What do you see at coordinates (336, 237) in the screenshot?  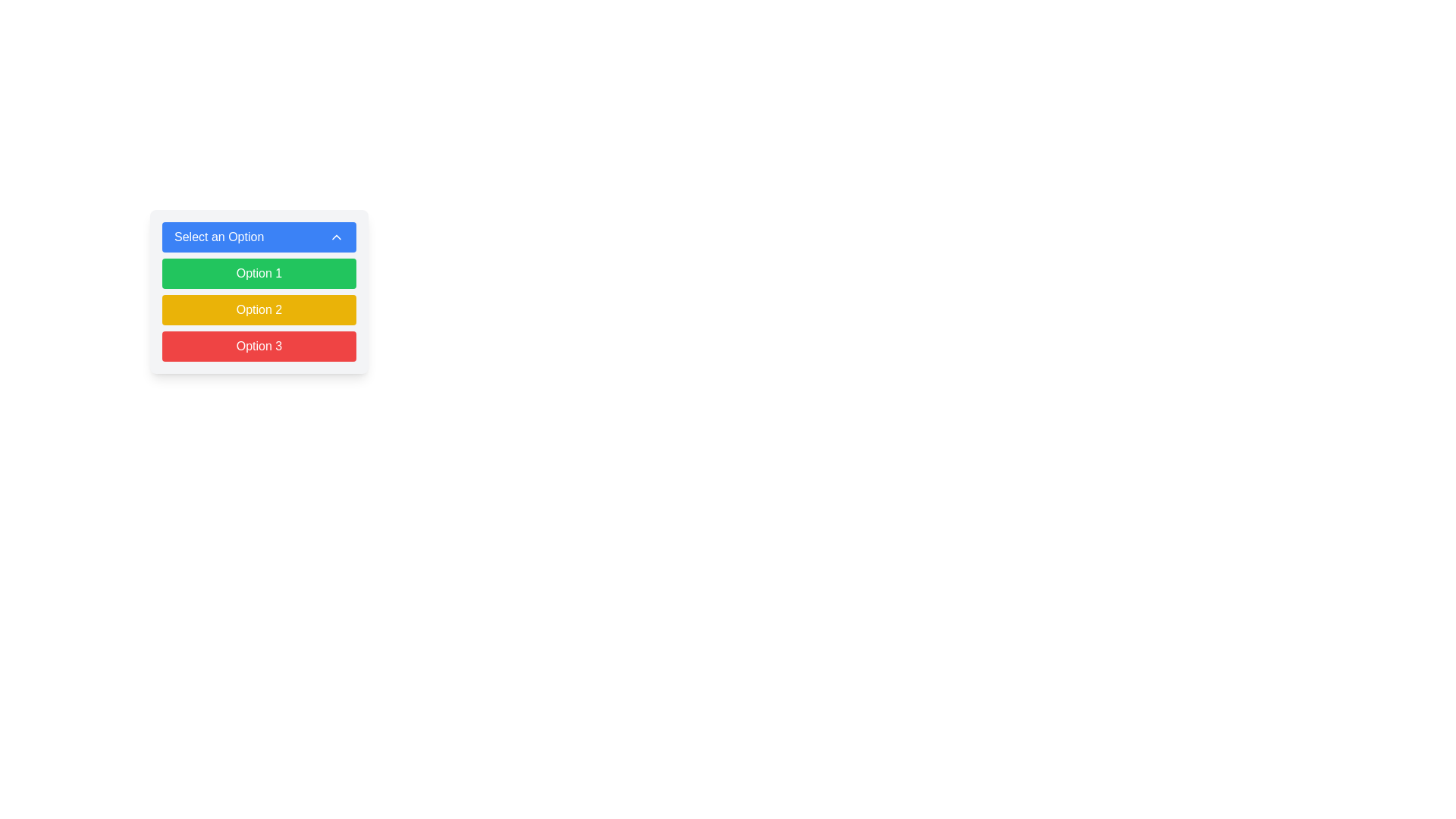 I see `the upward-pointing chevron icon with a blue background located on the right side of the 'Select an Option' button` at bounding box center [336, 237].